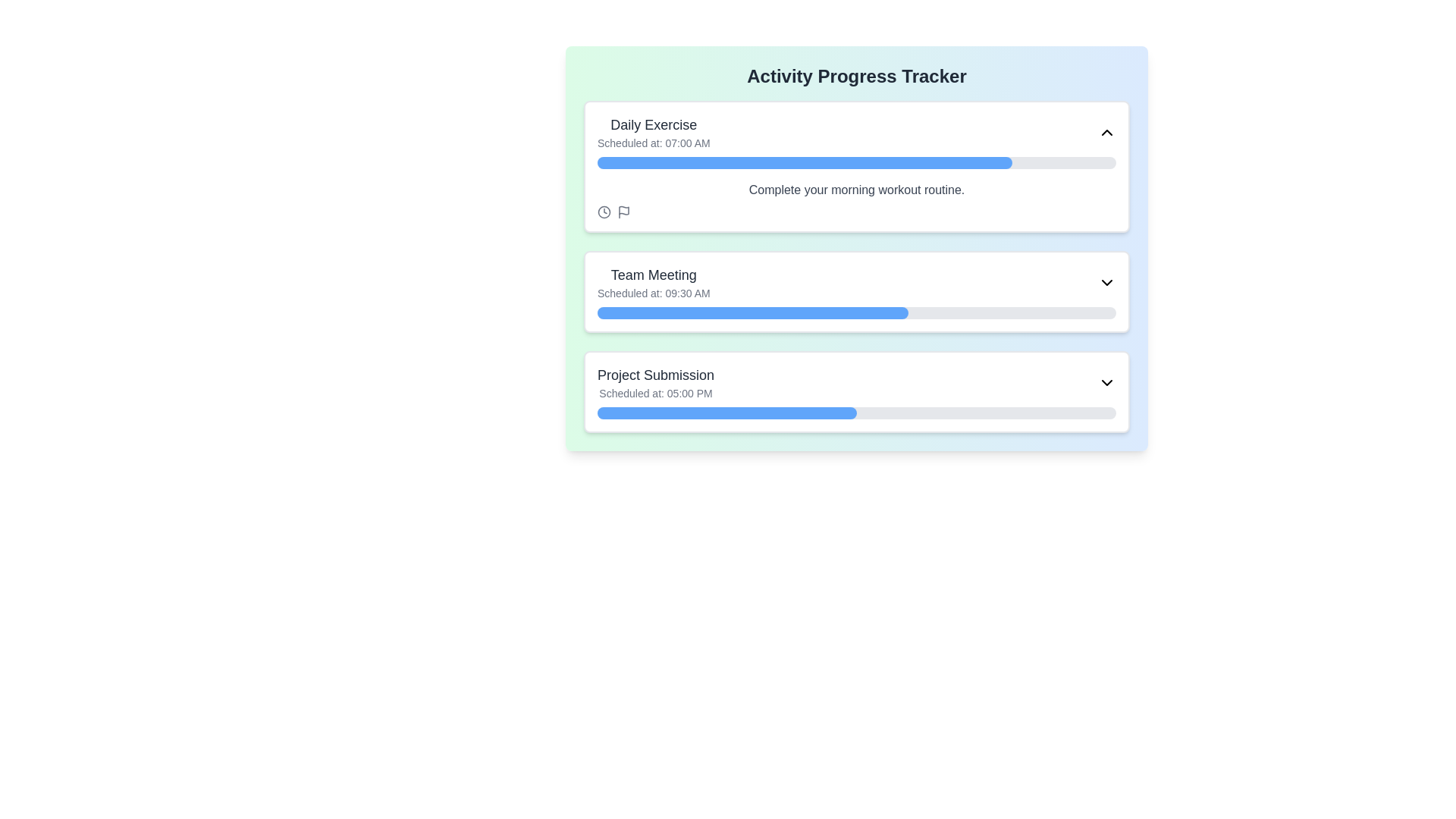  What do you see at coordinates (654, 143) in the screenshot?
I see `the static text label displaying 'Scheduled at: 07:00 AM', which is positioned below the 'Daily Exercise' label in the topmost card layout` at bounding box center [654, 143].